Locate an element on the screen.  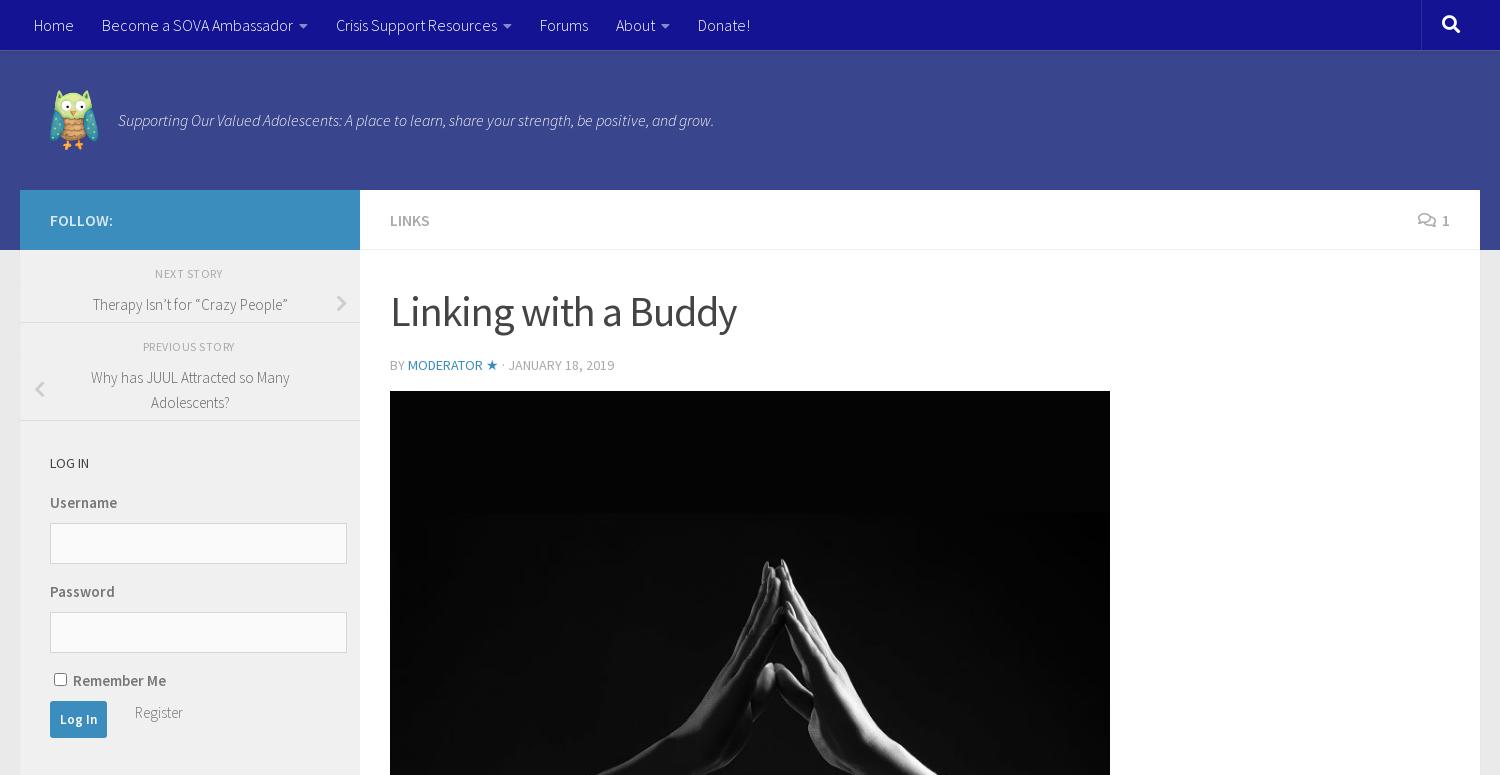
'Donate!' is located at coordinates (723, 25).